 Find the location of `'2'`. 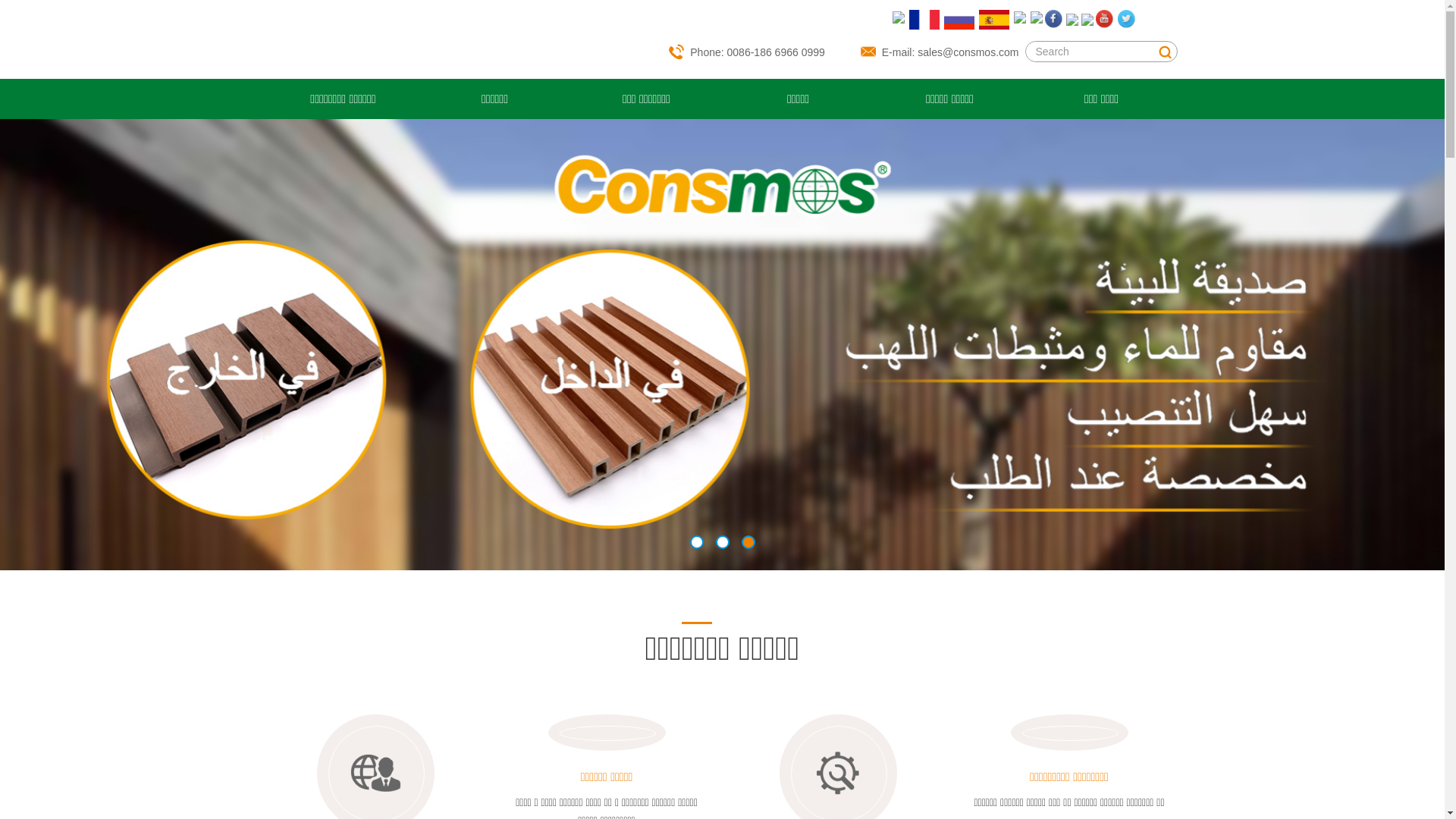

'2' is located at coordinates (722, 541).